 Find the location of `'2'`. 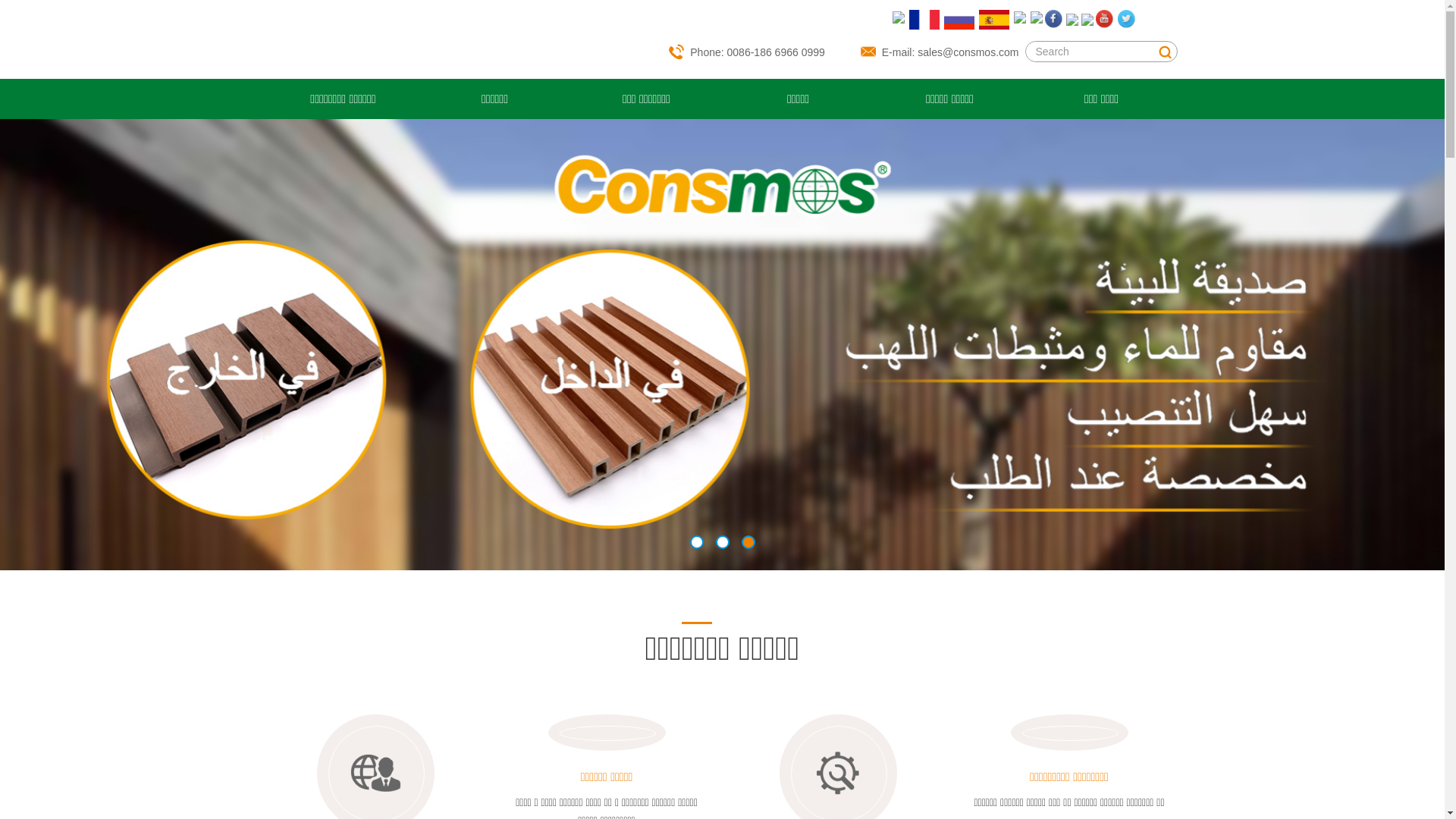

'2' is located at coordinates (722, 541).